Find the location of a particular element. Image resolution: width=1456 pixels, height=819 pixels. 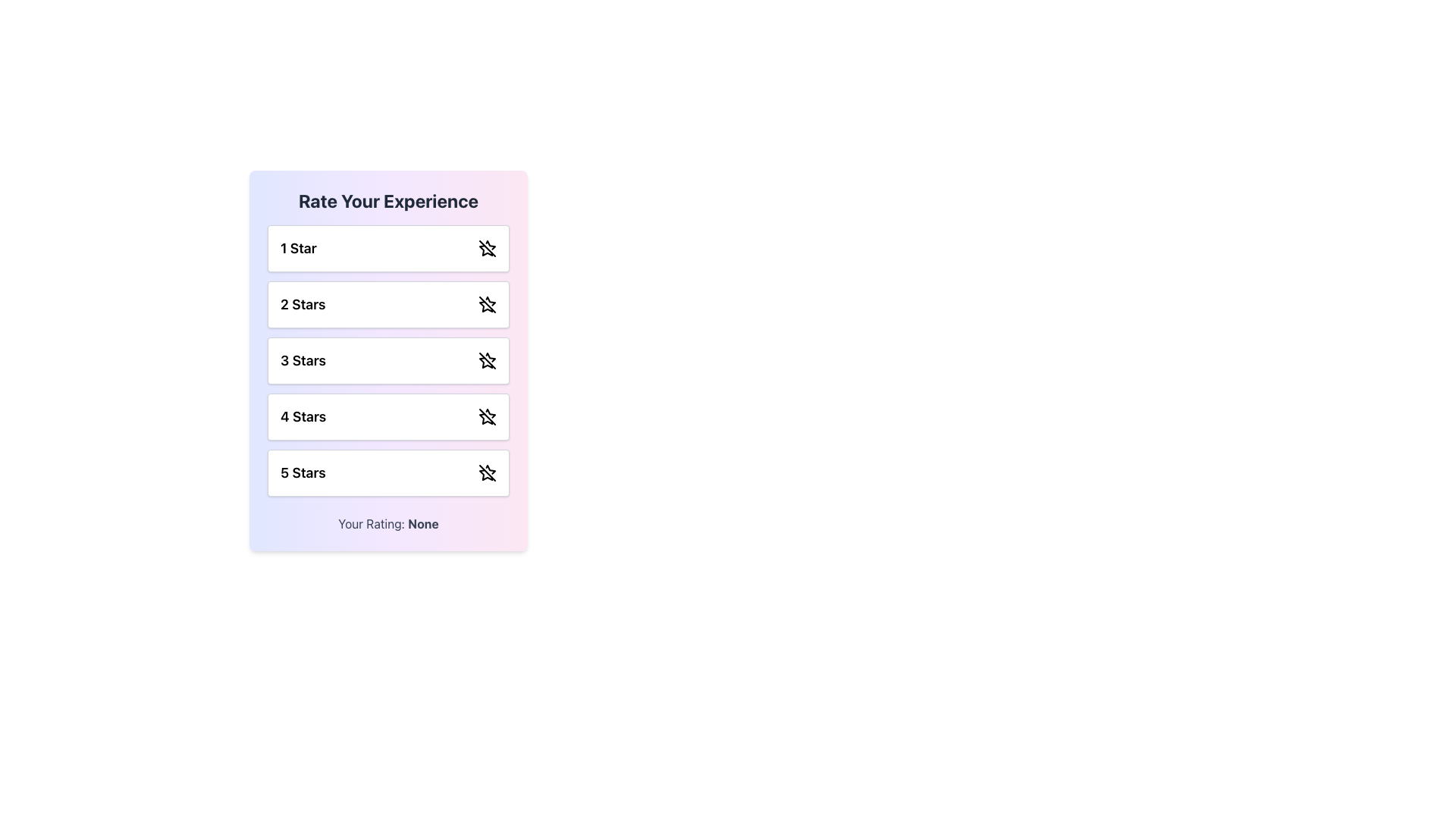

the static text element displaying 'Your Rating:' followed by a bolded 'None', which is styled in gray and located below the '5 Stars' text is located at coordinates (388, 522).